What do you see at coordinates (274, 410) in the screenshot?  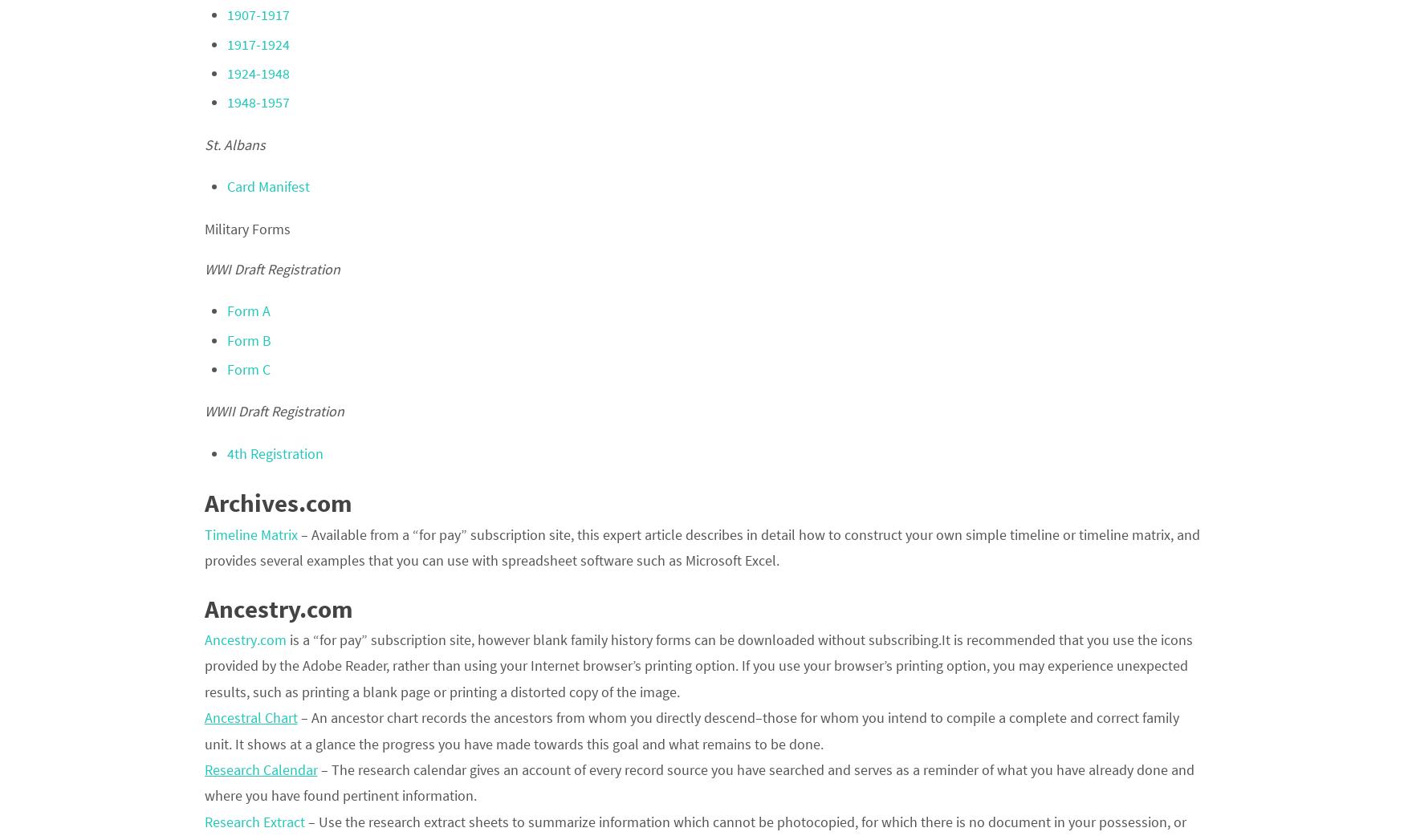 I see `'WWII Draft Registration'` at bounding box center [274, 410].